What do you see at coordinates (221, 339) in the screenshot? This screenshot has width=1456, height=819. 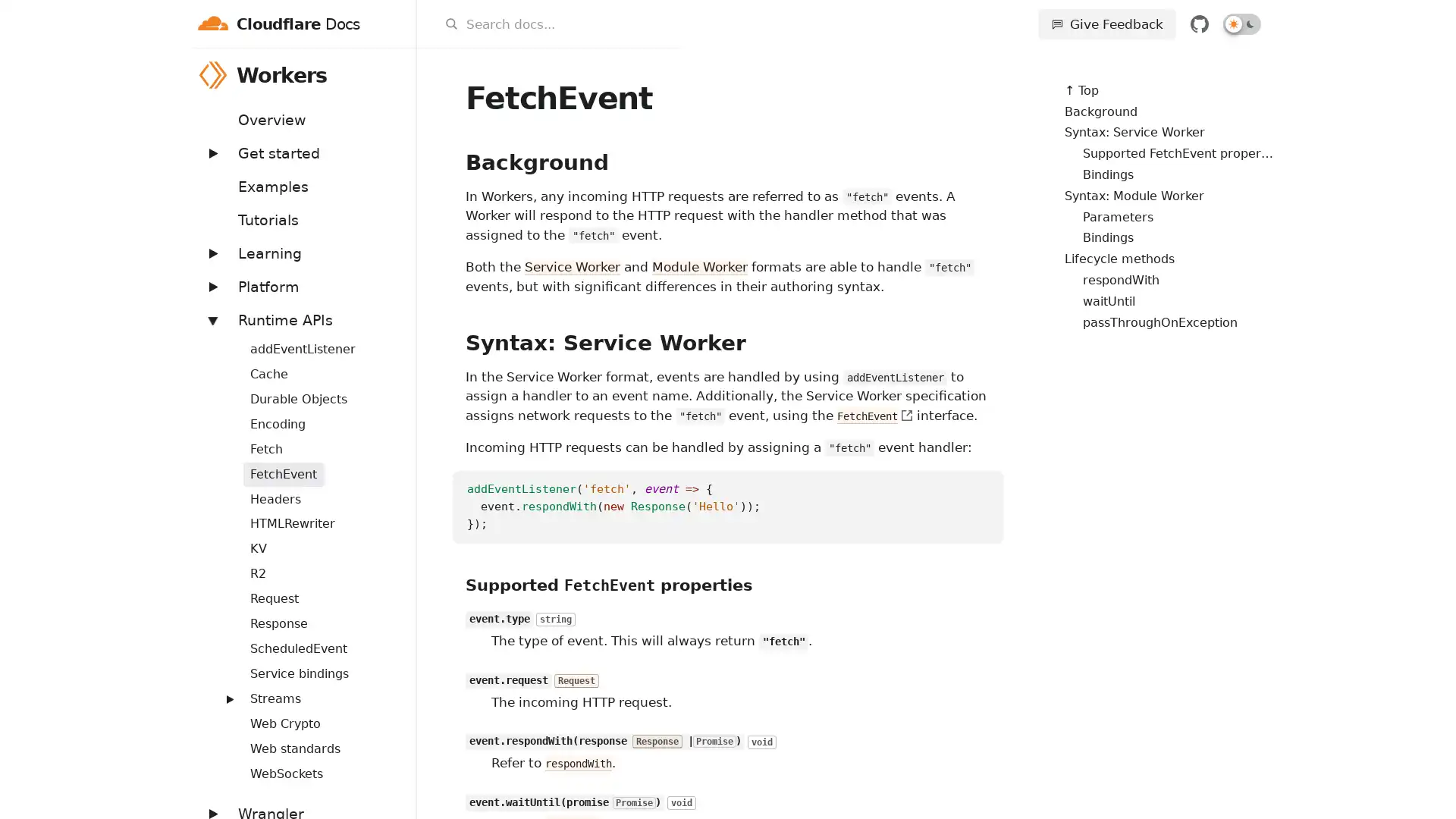 I see `Expand: Bindings` at bounding box center [221, 339].